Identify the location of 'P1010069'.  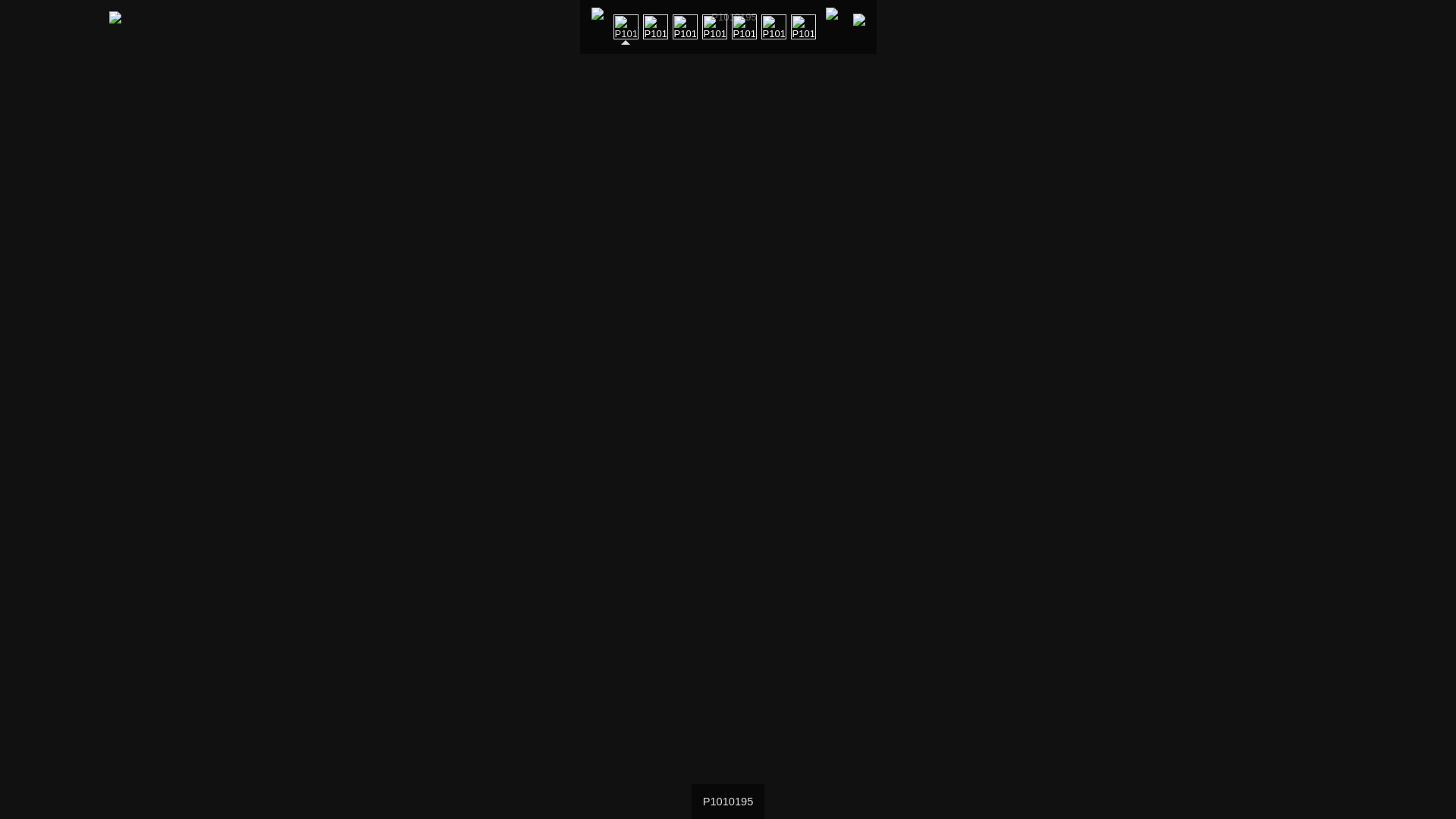
(802, 27).